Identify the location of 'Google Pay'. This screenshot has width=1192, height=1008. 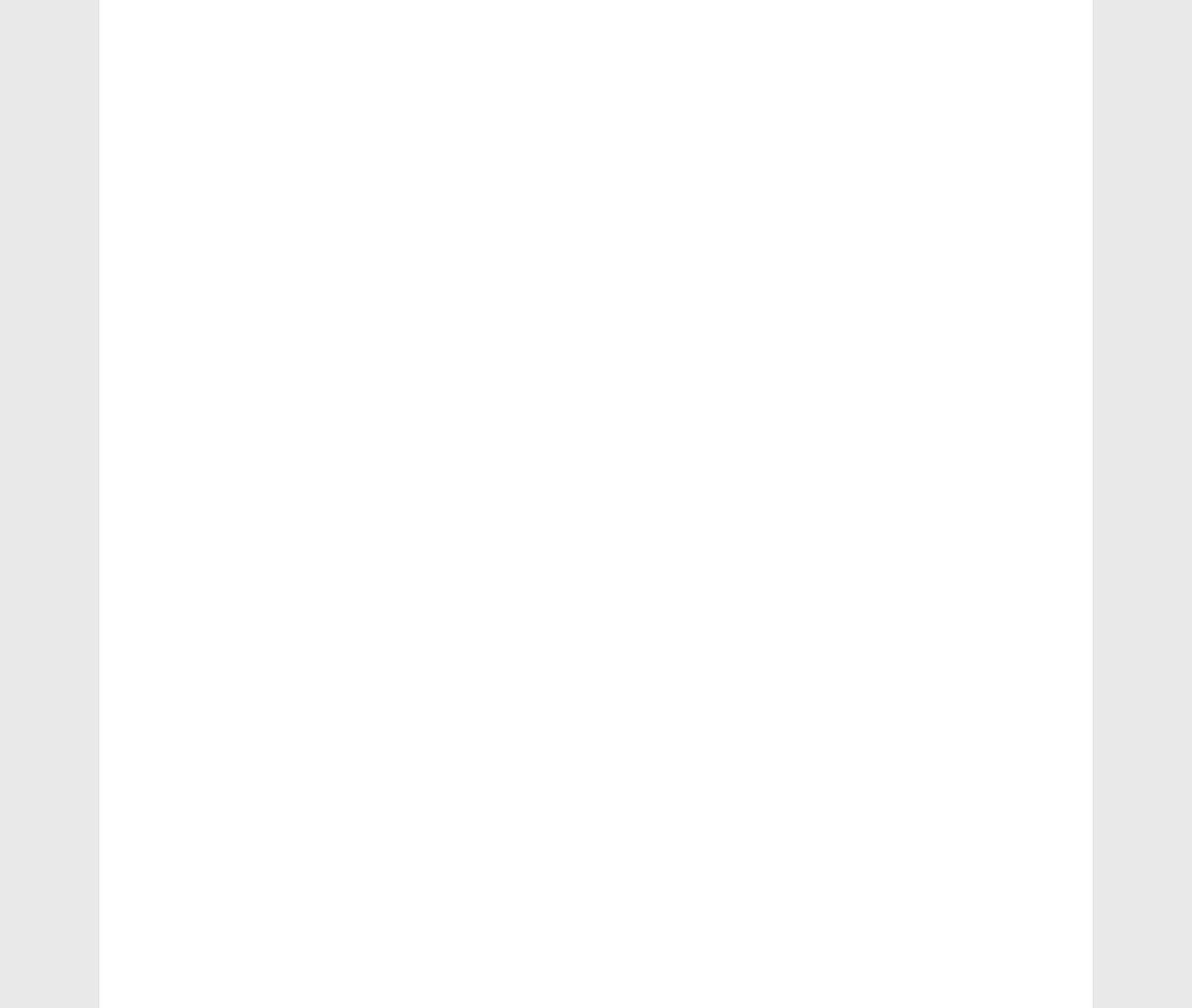
(189, 836).